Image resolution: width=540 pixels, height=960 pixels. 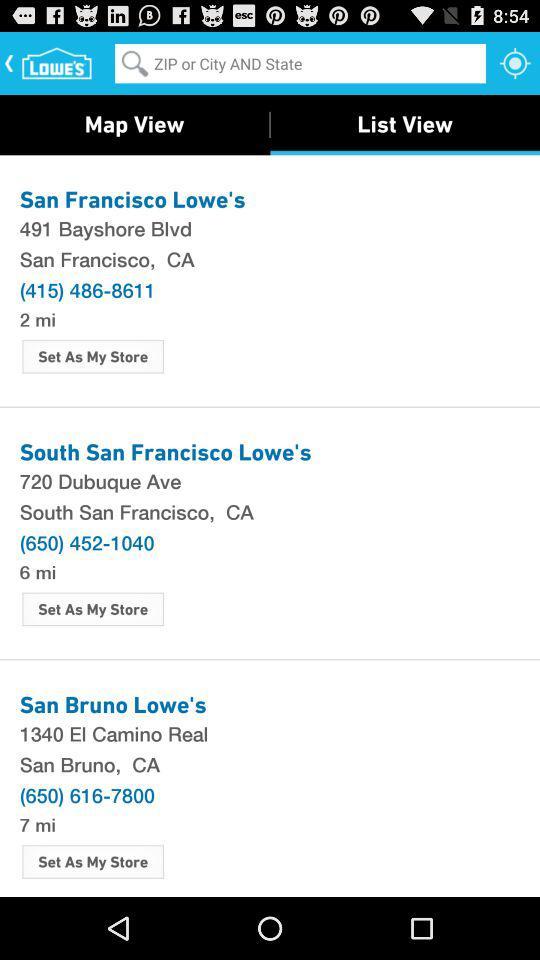 What do you see at coordinates (86, 542) in the screenshot?
I see `the icon below the south san francisco item` at bounding box center [86, 542].